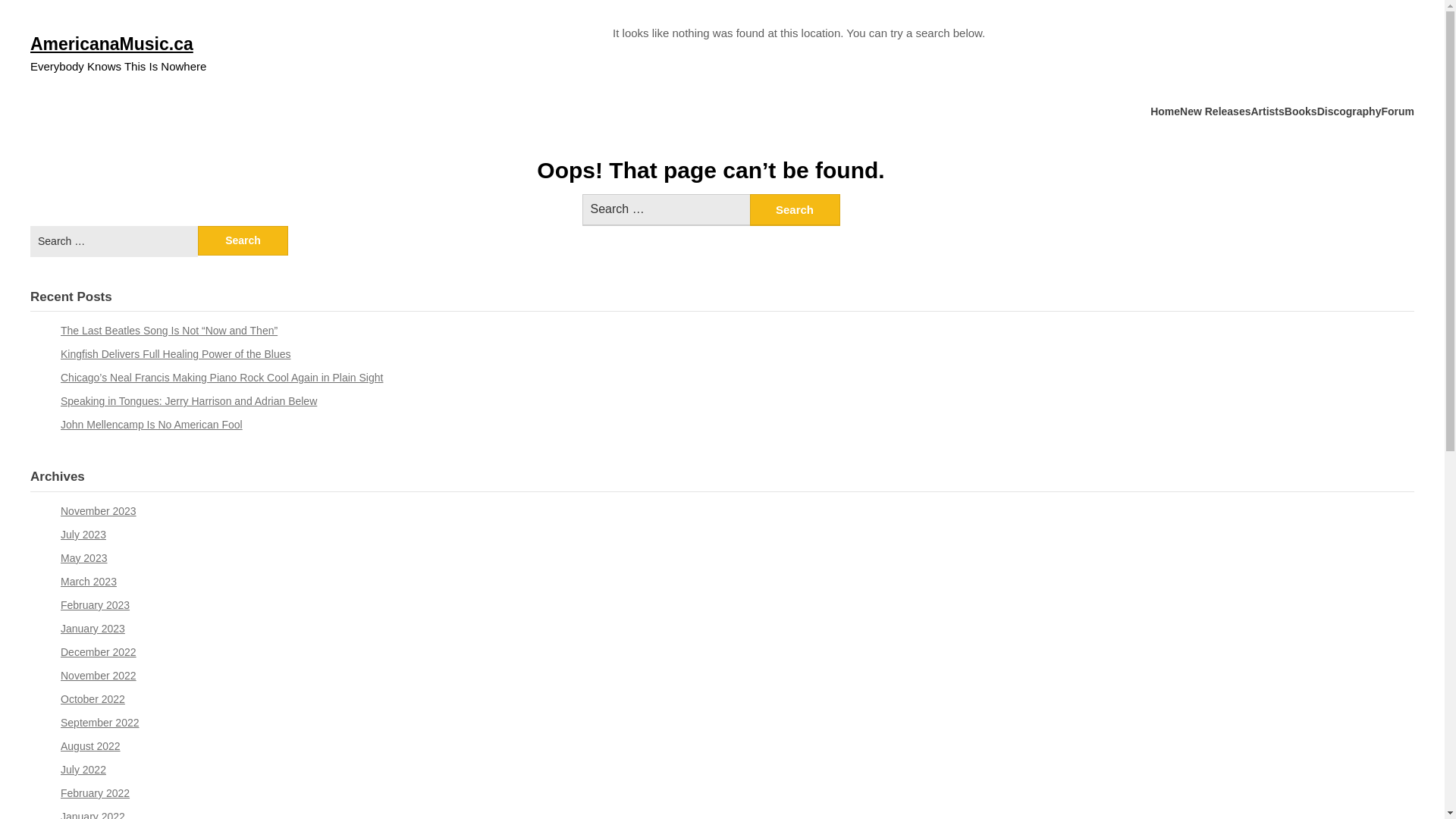 This screenshot has height=819, width=1456. Describe the element at coordinates (1164, 111) in the screenshot. I see `'Home'` at that location.